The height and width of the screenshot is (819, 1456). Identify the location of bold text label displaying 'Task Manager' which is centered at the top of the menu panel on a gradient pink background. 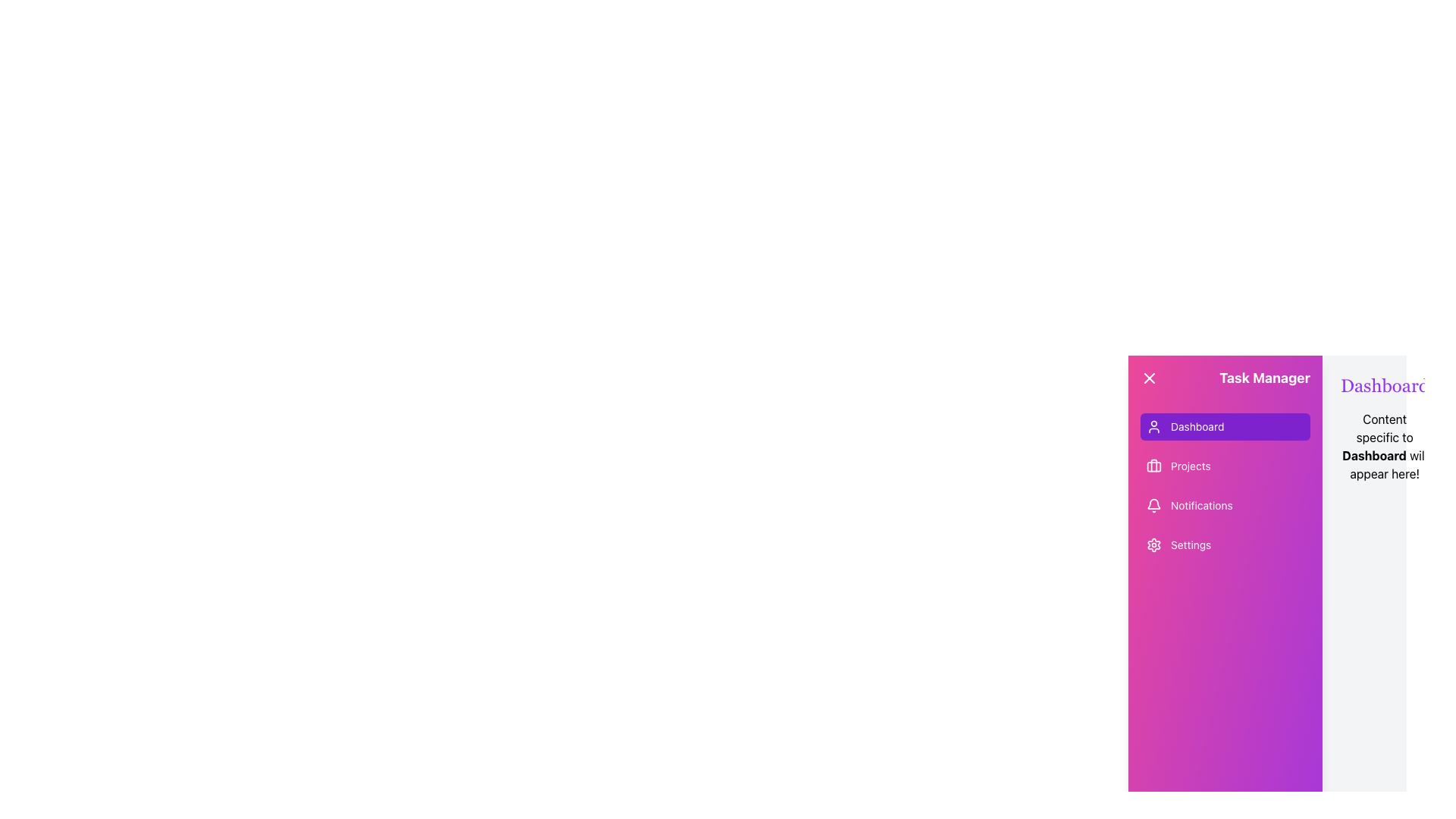
(1265, 377).